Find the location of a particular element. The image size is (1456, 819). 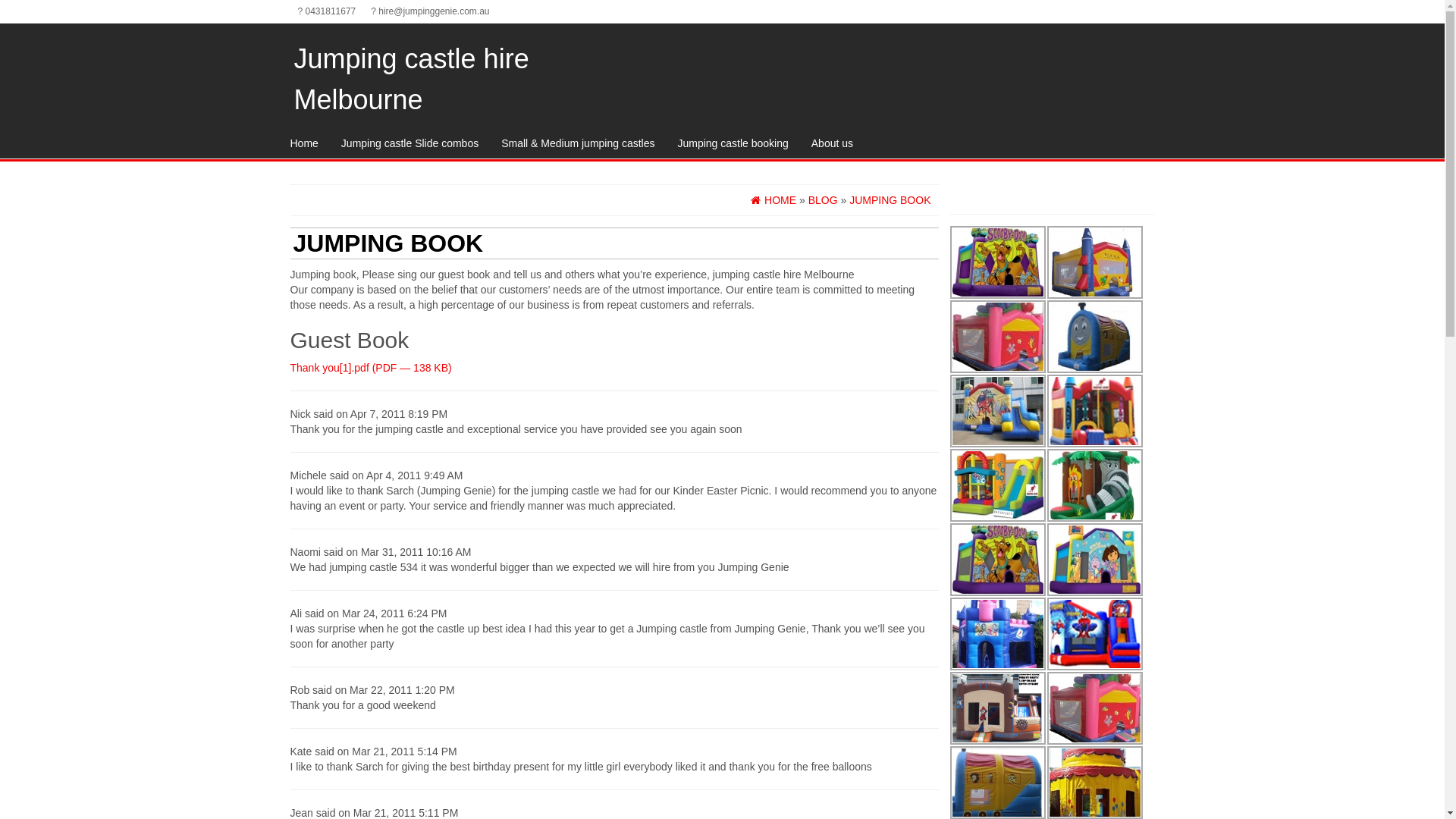

'About us' is located at coordinates (831, 143).